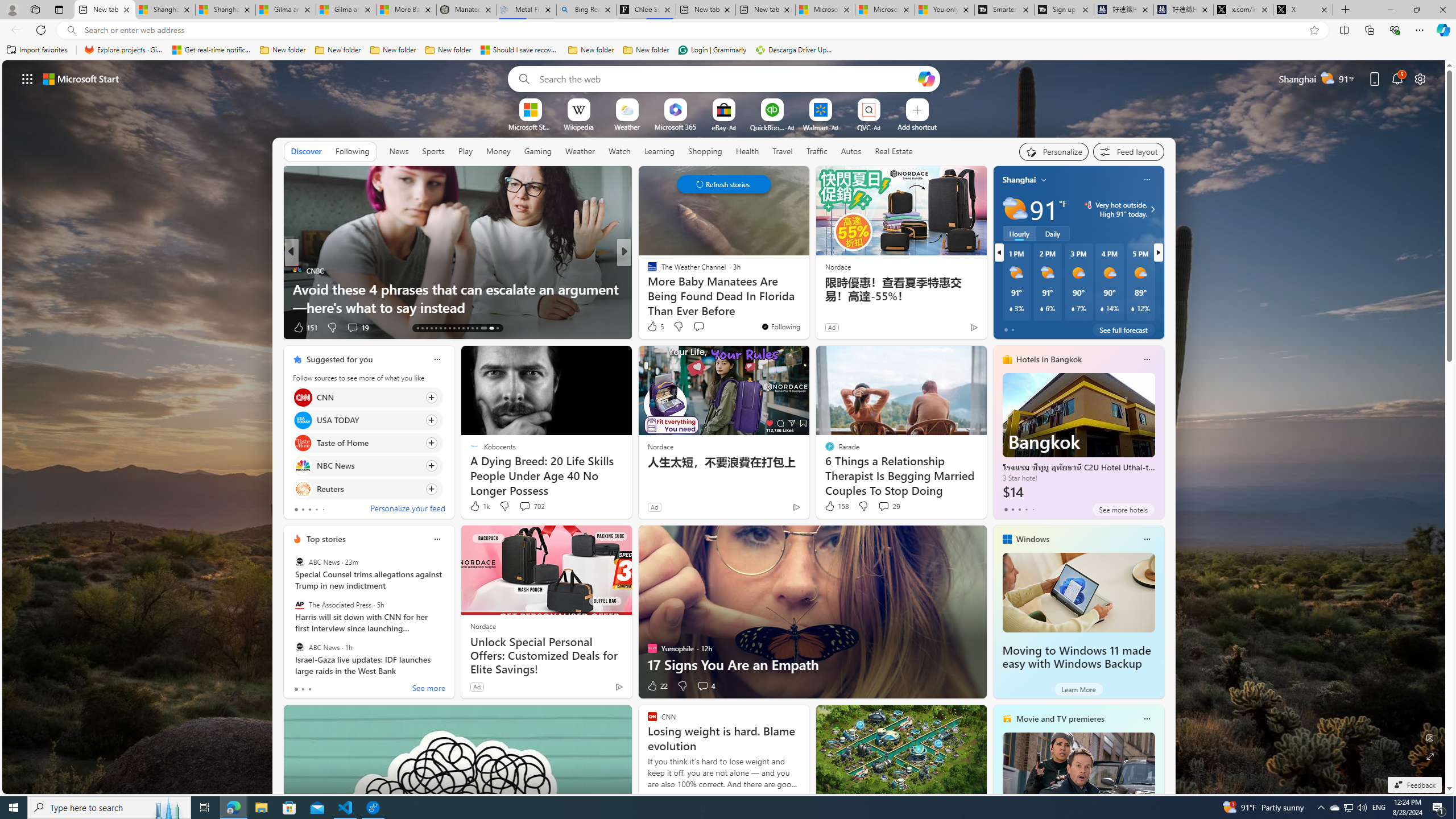  I want to click on 'View comments 19 Comment', so click(357, 327).